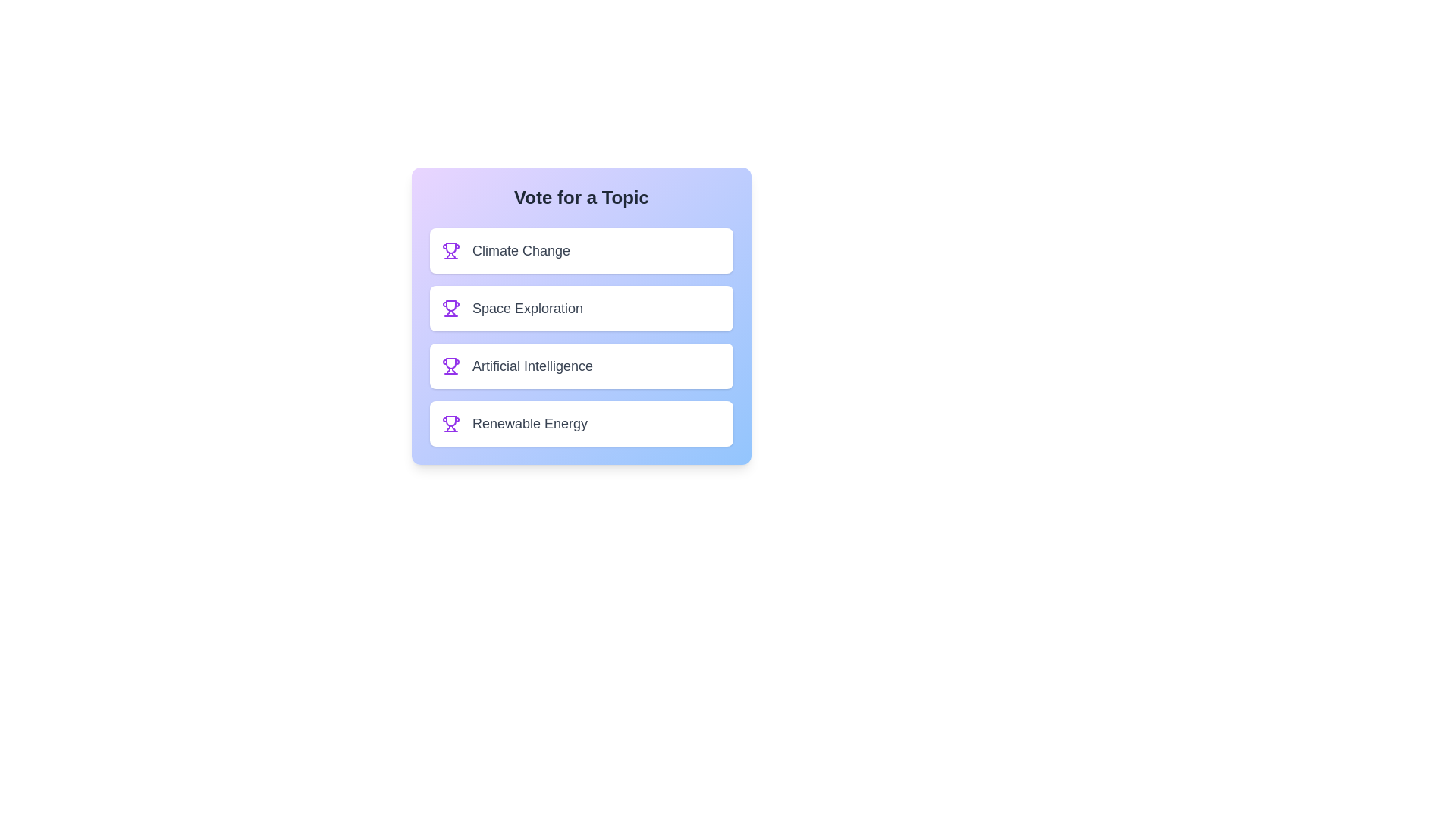  I want to click on the text label reading 'Renewable Energy', which is styled with a medium font weight and large size, located in the bottom-most row of a vertical list beneath 'Artificial Intelligence', so click(530, 424).